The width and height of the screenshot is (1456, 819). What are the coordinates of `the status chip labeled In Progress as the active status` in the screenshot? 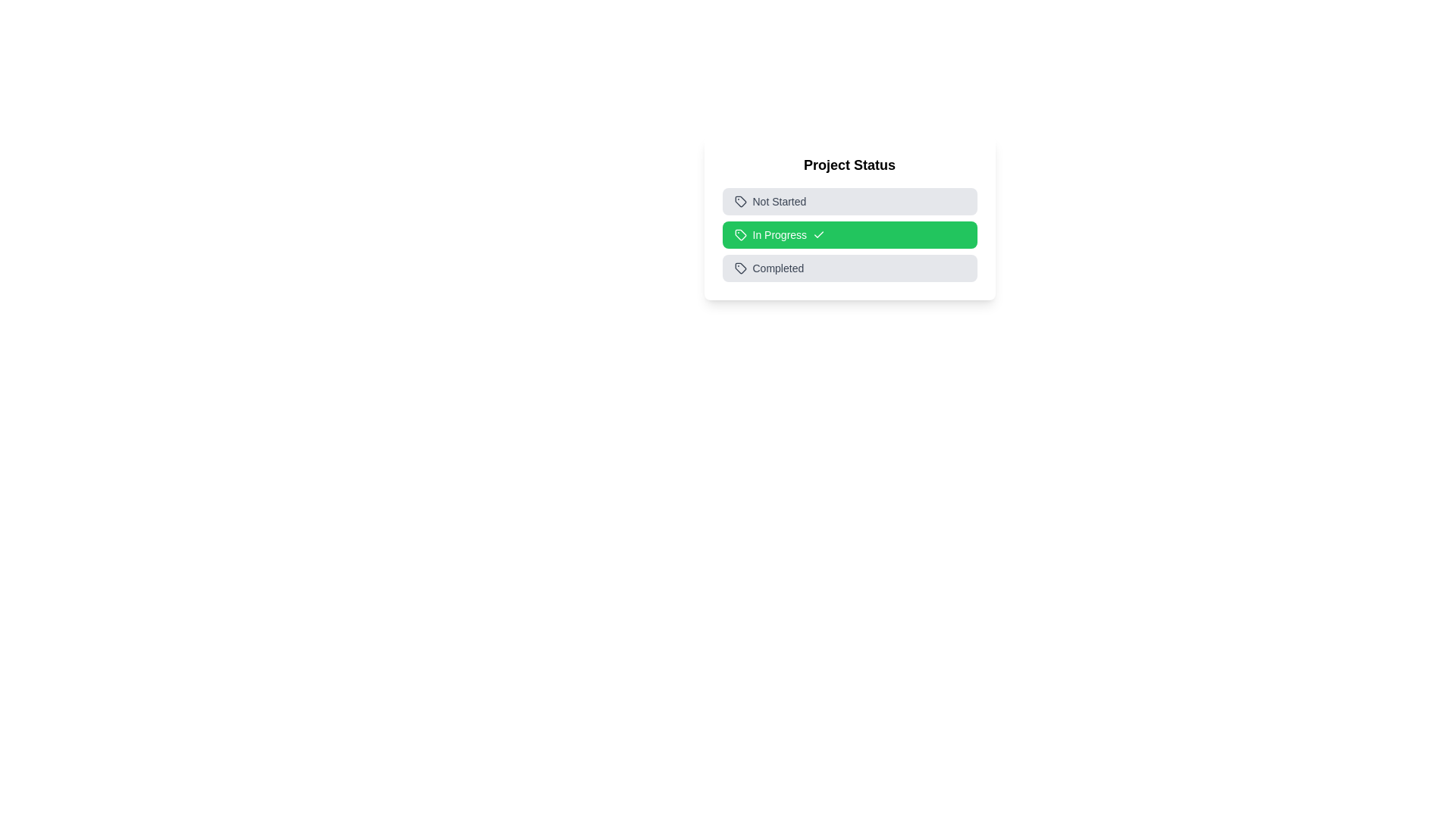 It's located at (849, 234).